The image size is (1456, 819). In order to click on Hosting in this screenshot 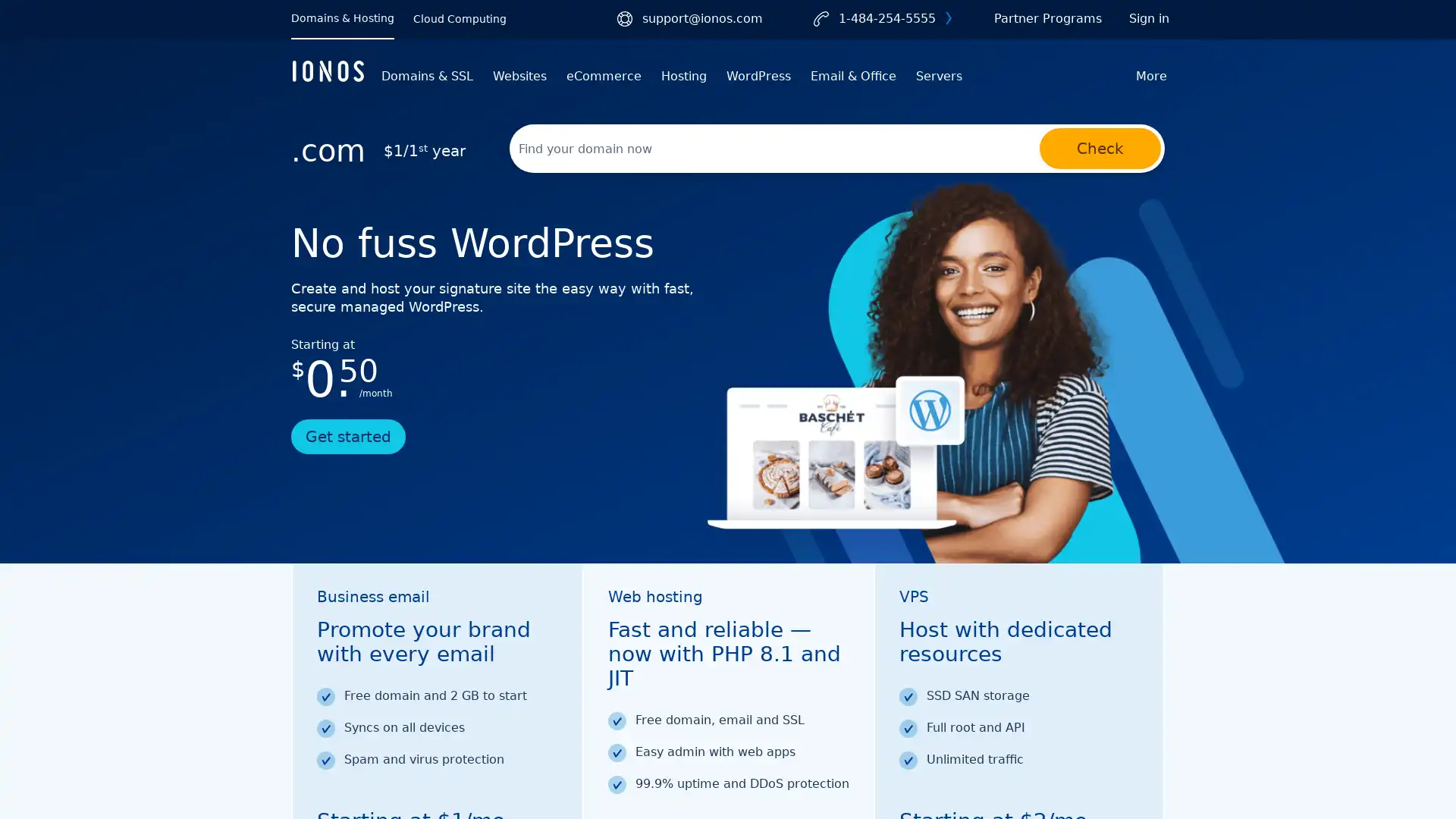, I will do `click(670, 76)`.